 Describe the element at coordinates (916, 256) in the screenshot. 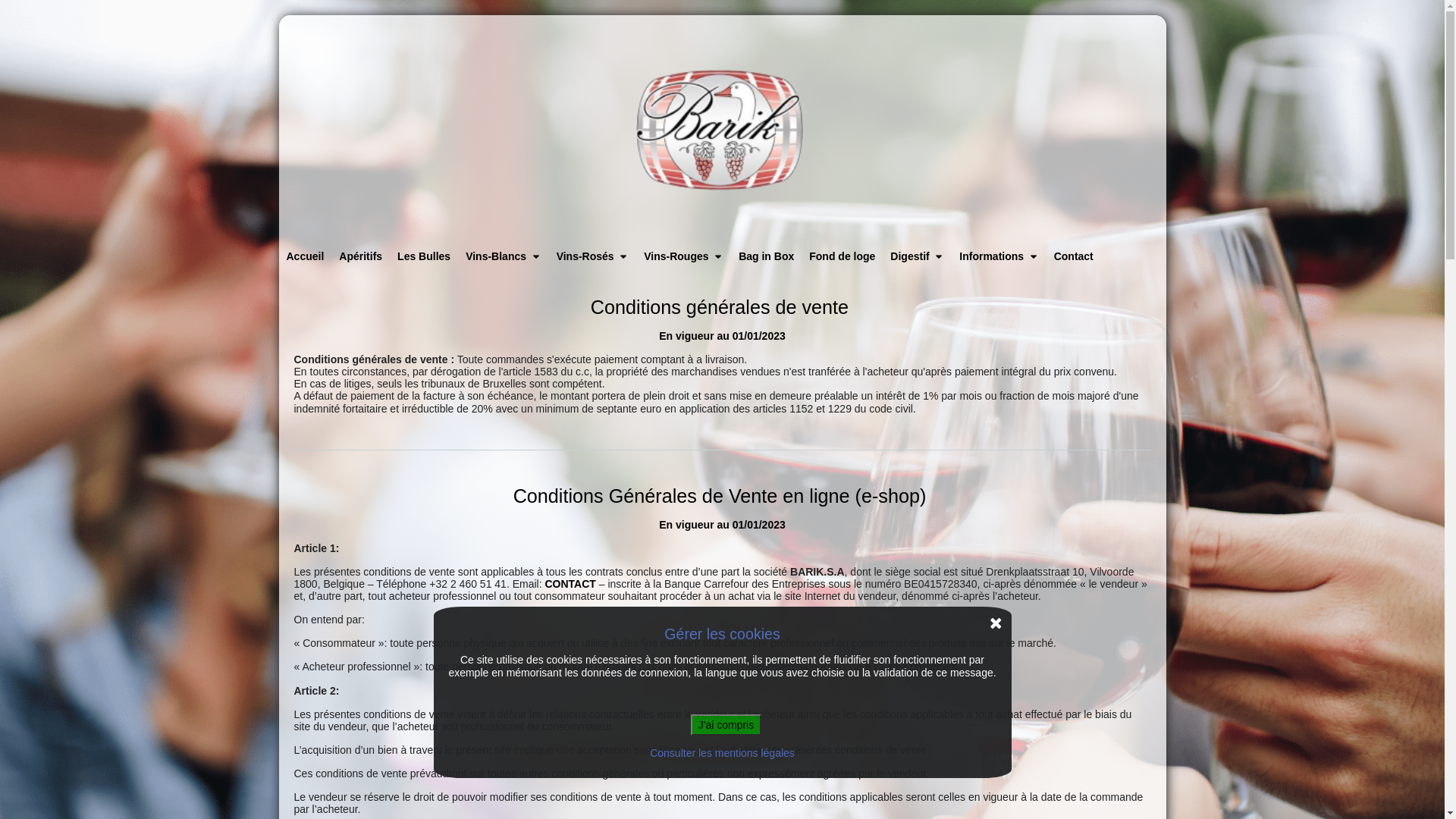

I see `'Digestif'` at that location.